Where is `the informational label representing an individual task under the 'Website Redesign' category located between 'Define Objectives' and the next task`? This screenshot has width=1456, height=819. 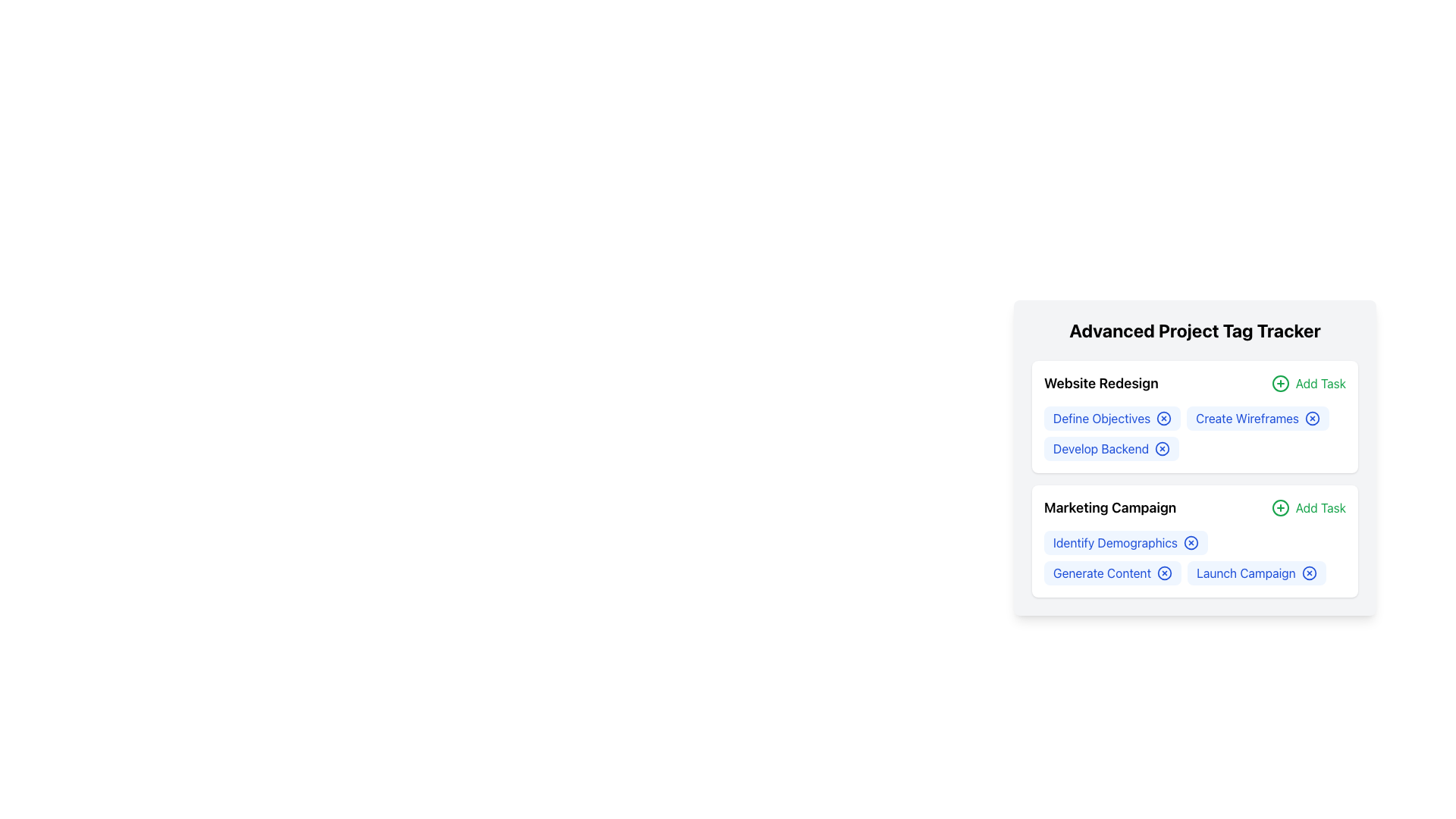
the informational label representing an individual task under the 'Website Redesign' category located between 'Define Objectives' and the next task is located at coordinates (1101, 447).